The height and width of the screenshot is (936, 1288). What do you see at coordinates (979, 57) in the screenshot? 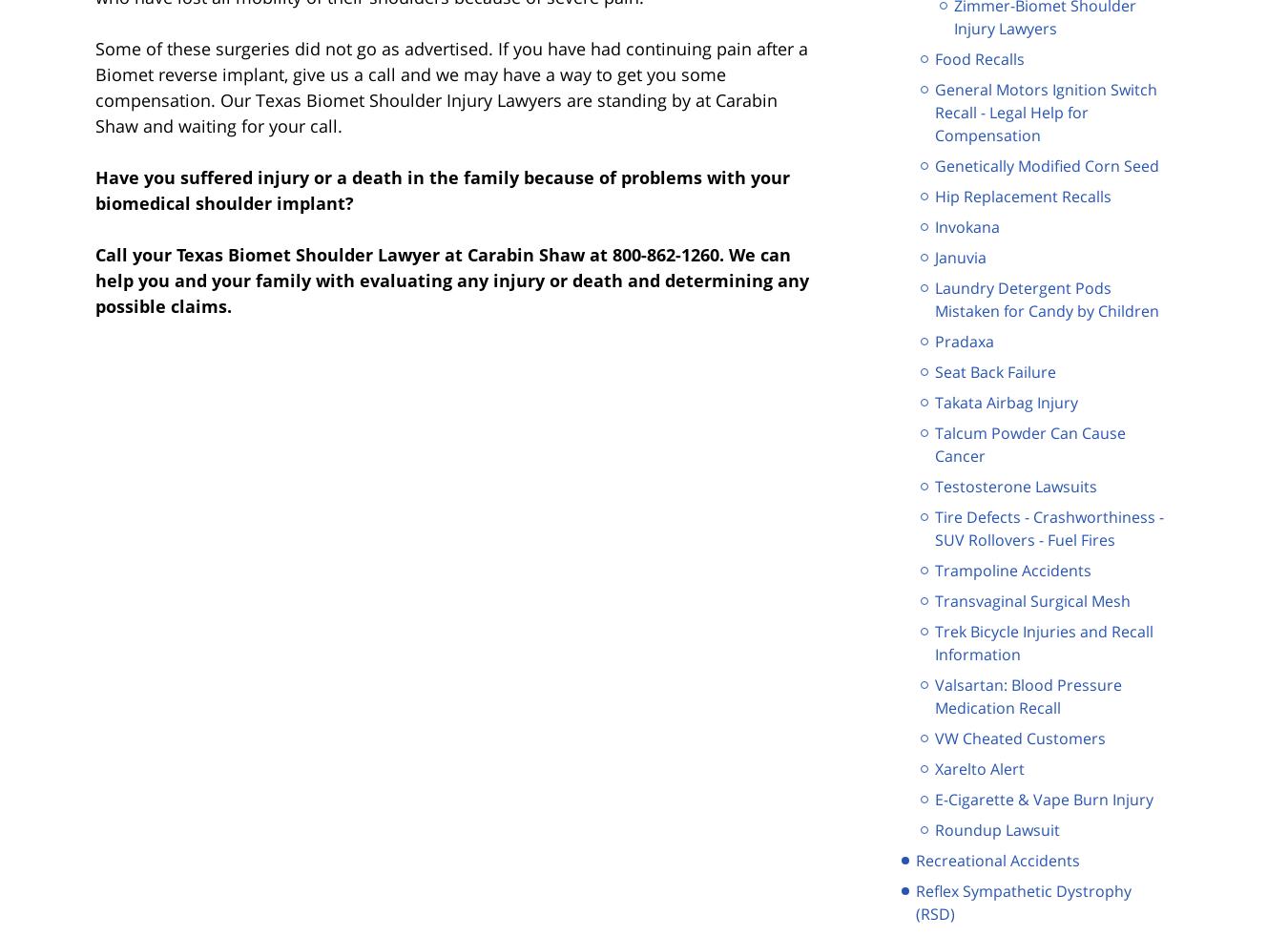
I see `'Food Recalls'` at bounding box center [979, 57].